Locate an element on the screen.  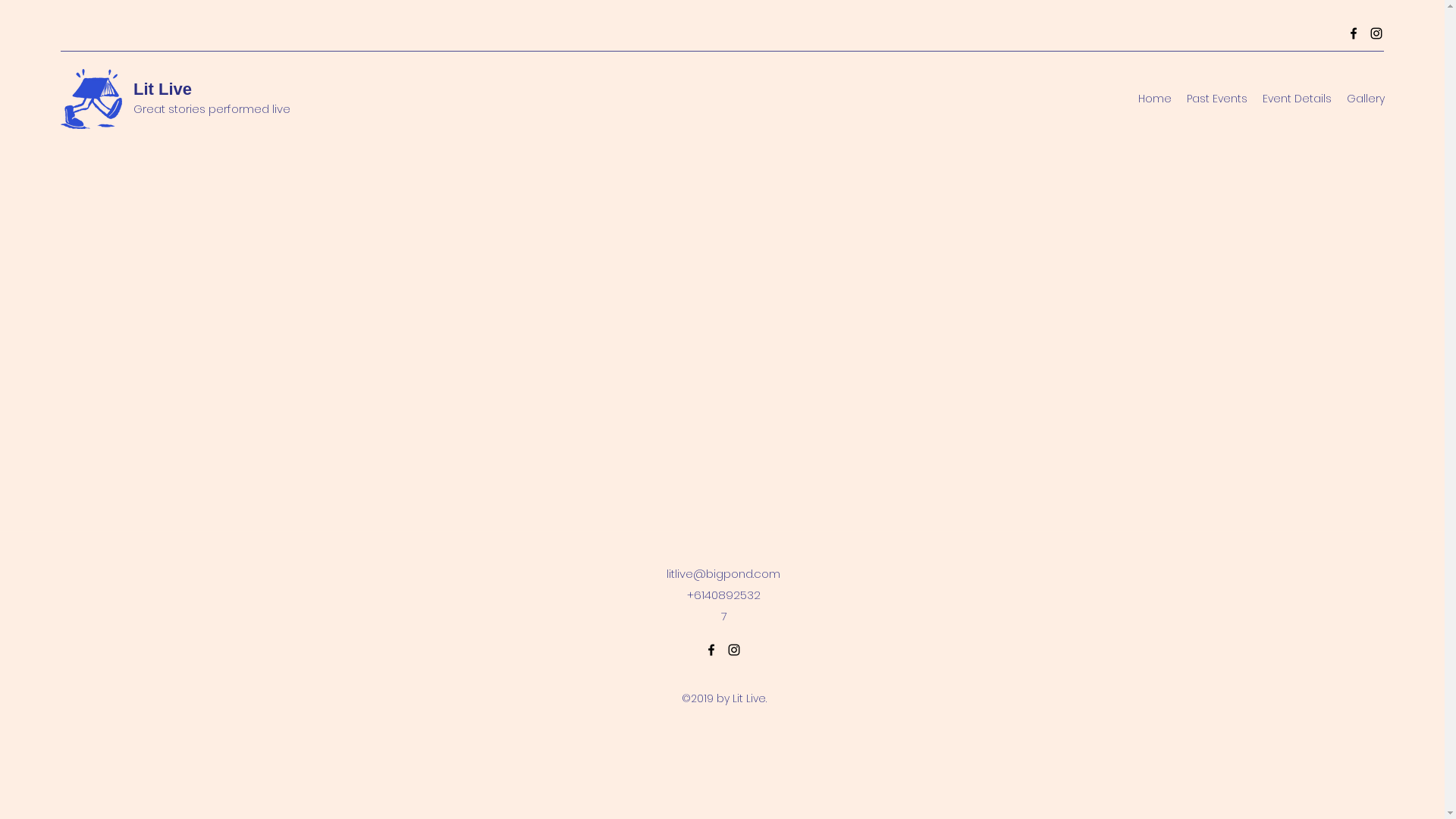
'Past Events' is located at coordinates (1178, 99).